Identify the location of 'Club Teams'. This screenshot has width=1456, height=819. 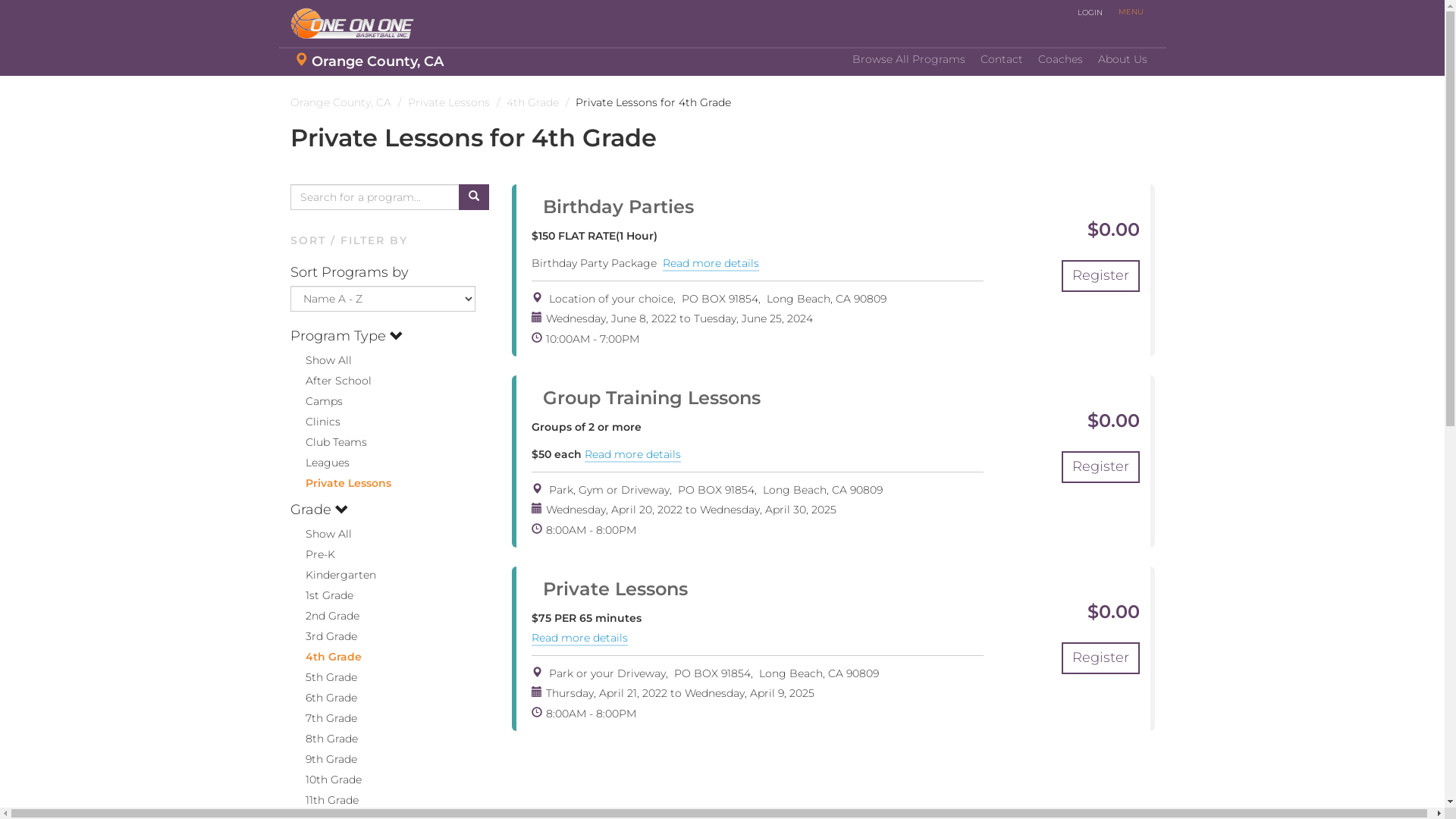
(327, 441).